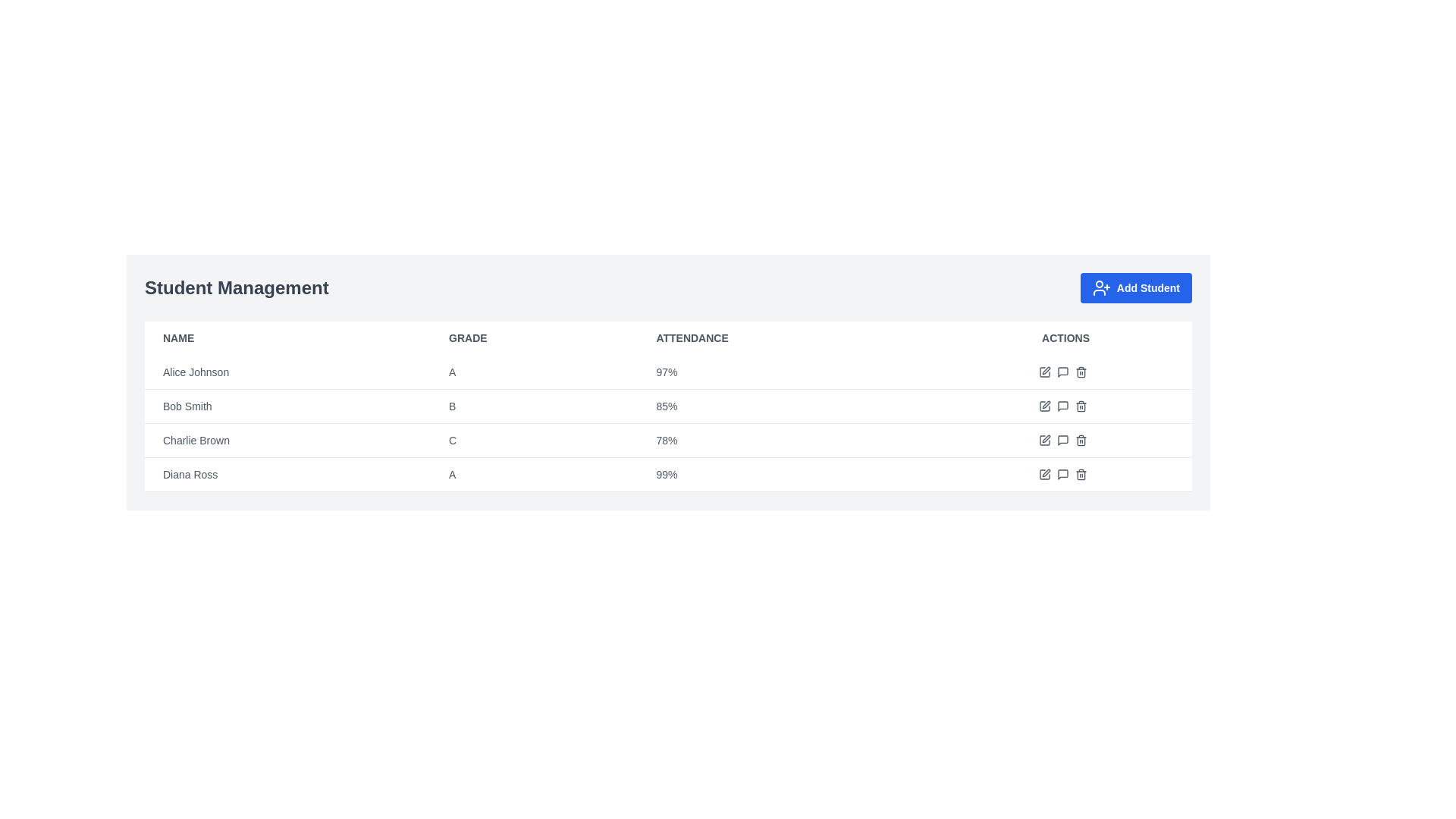 Image resolution: width=1456 pixels, height=819 pixels. I want to click on the delete button represented by a trash bin icon located in the 'Actions' column of the topmost row in the table, so click(1080, 372).